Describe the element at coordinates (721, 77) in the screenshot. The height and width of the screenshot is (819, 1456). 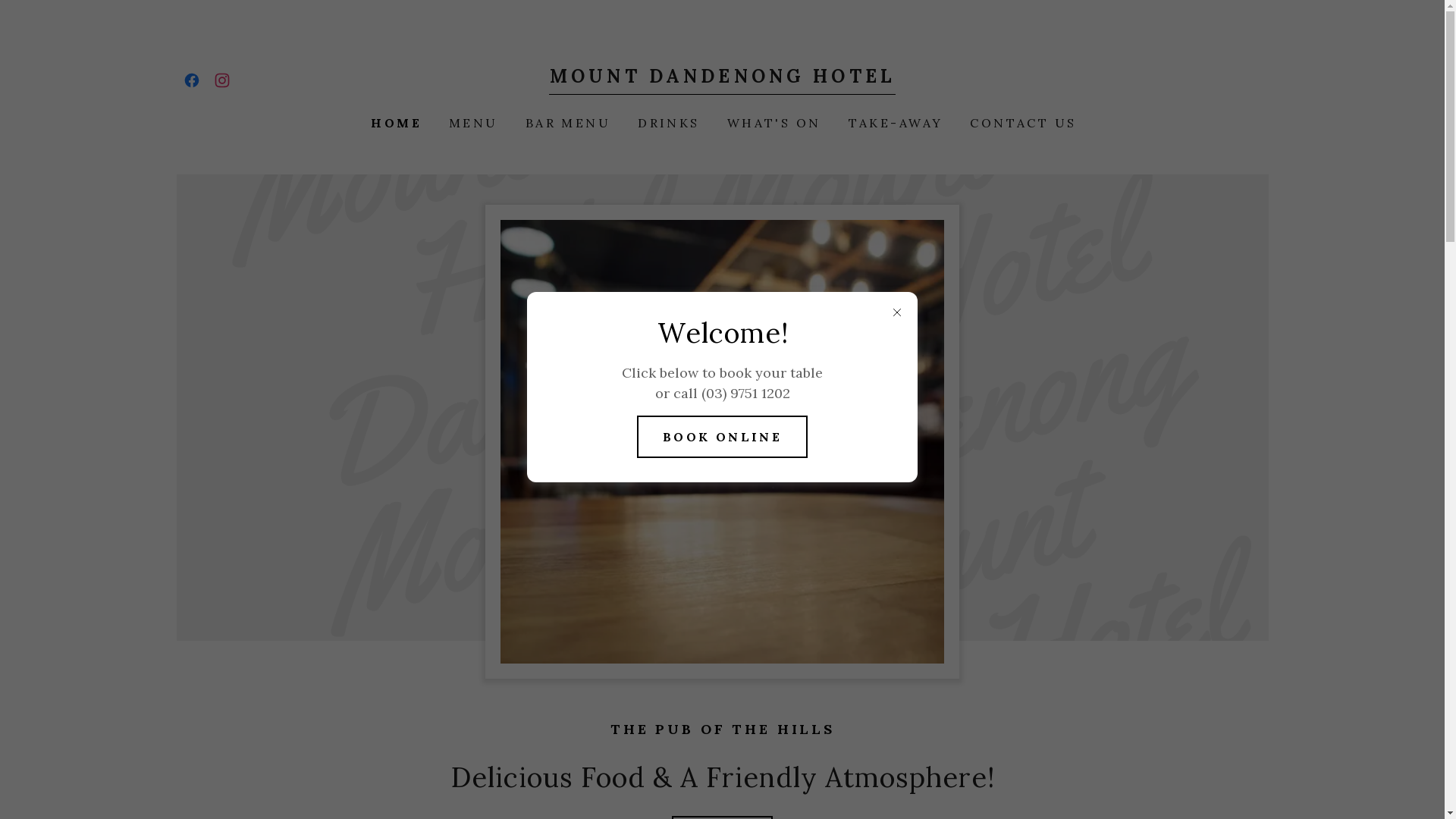
I see `'MOUNT DANDENONG HOTEL'` at that location.